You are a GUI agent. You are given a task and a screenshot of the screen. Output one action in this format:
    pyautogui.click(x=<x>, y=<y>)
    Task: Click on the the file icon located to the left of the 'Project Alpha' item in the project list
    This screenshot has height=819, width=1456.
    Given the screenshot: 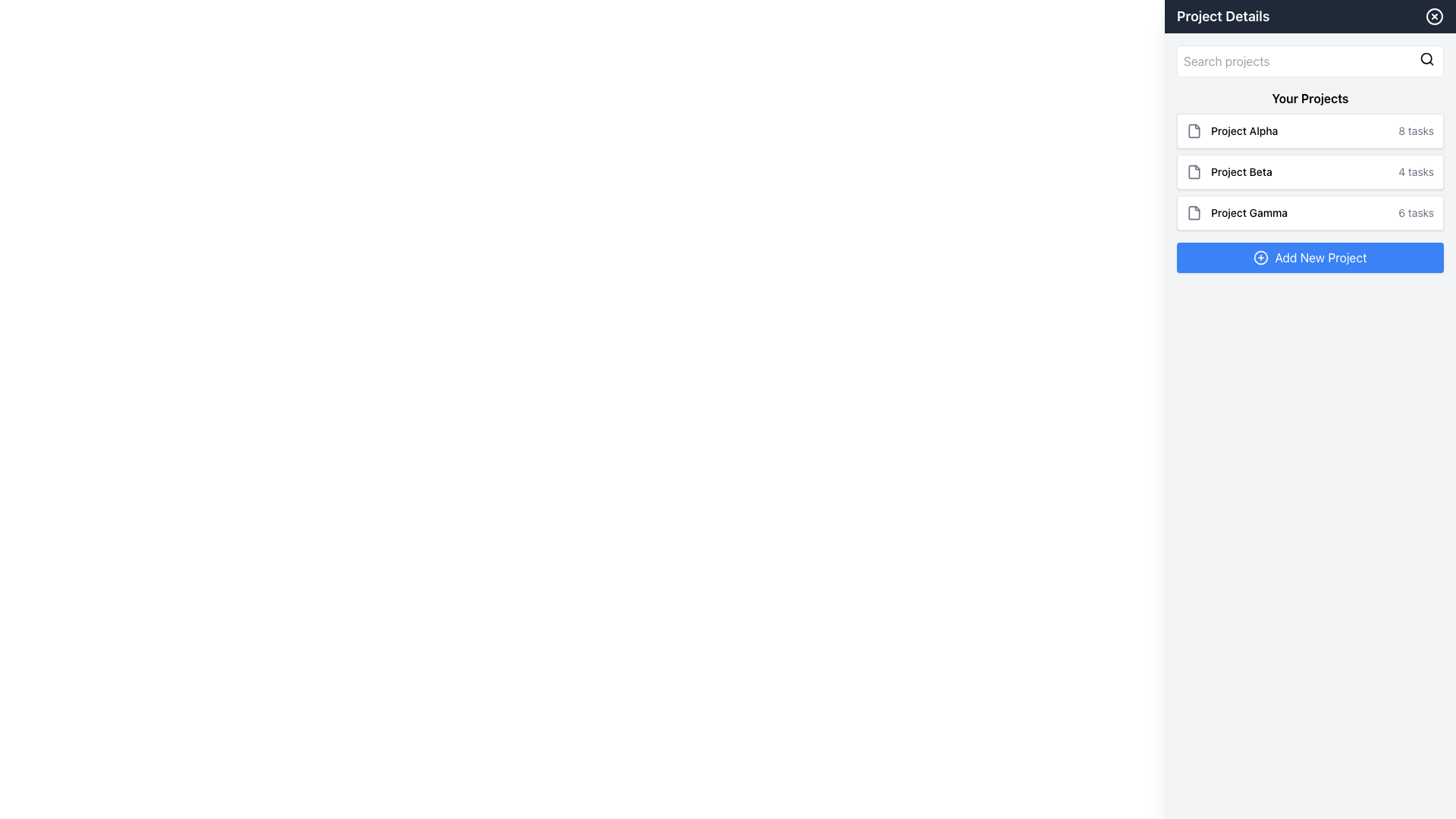 What is the action you would take?
    pyautogui.click(x=1193, y=130)
    